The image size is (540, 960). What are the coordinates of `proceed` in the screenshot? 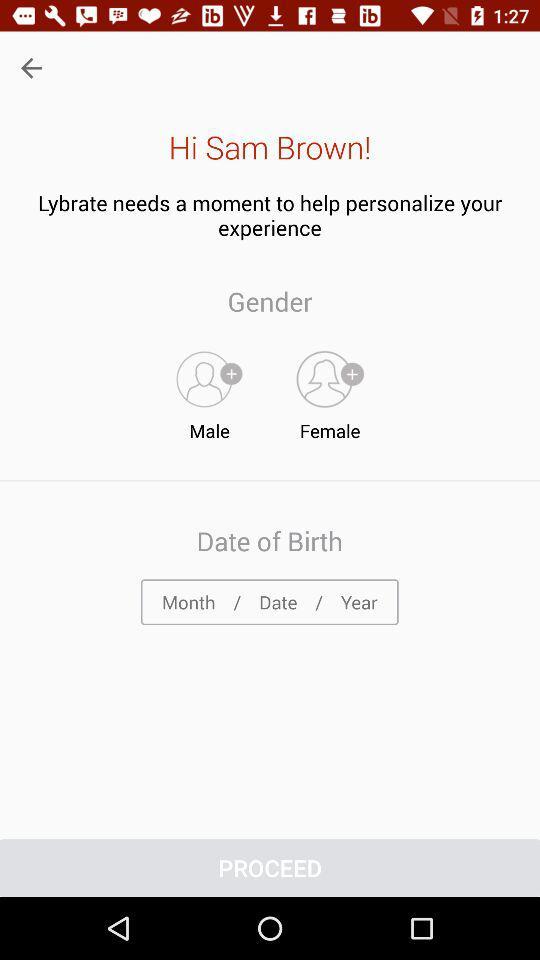 It's located at (270, 867).